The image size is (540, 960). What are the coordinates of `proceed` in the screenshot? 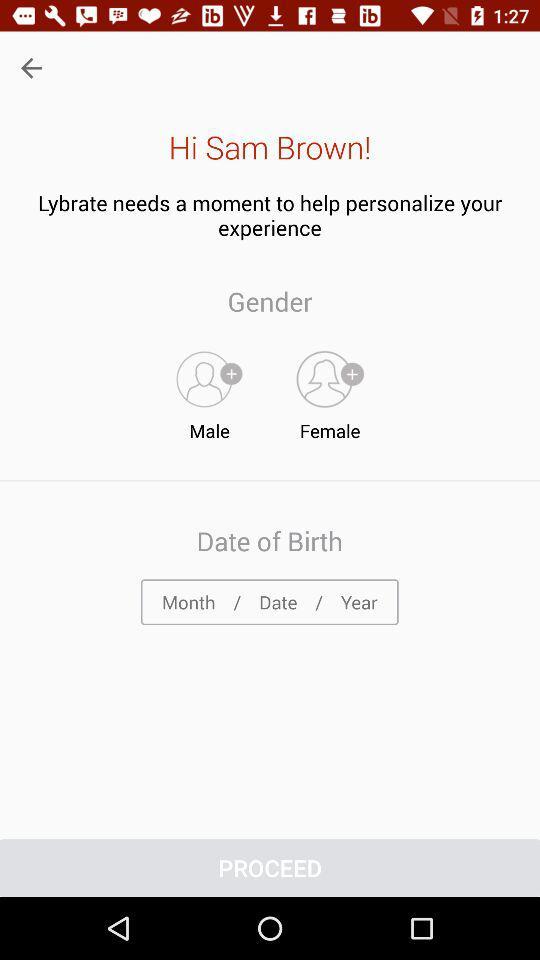 It's located at (270, 867).